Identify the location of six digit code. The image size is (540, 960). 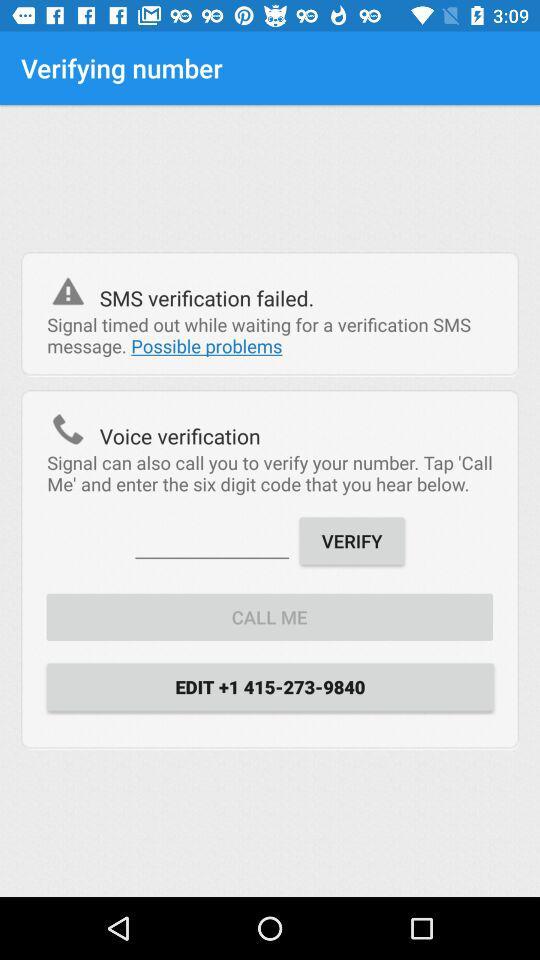
(211, 538).